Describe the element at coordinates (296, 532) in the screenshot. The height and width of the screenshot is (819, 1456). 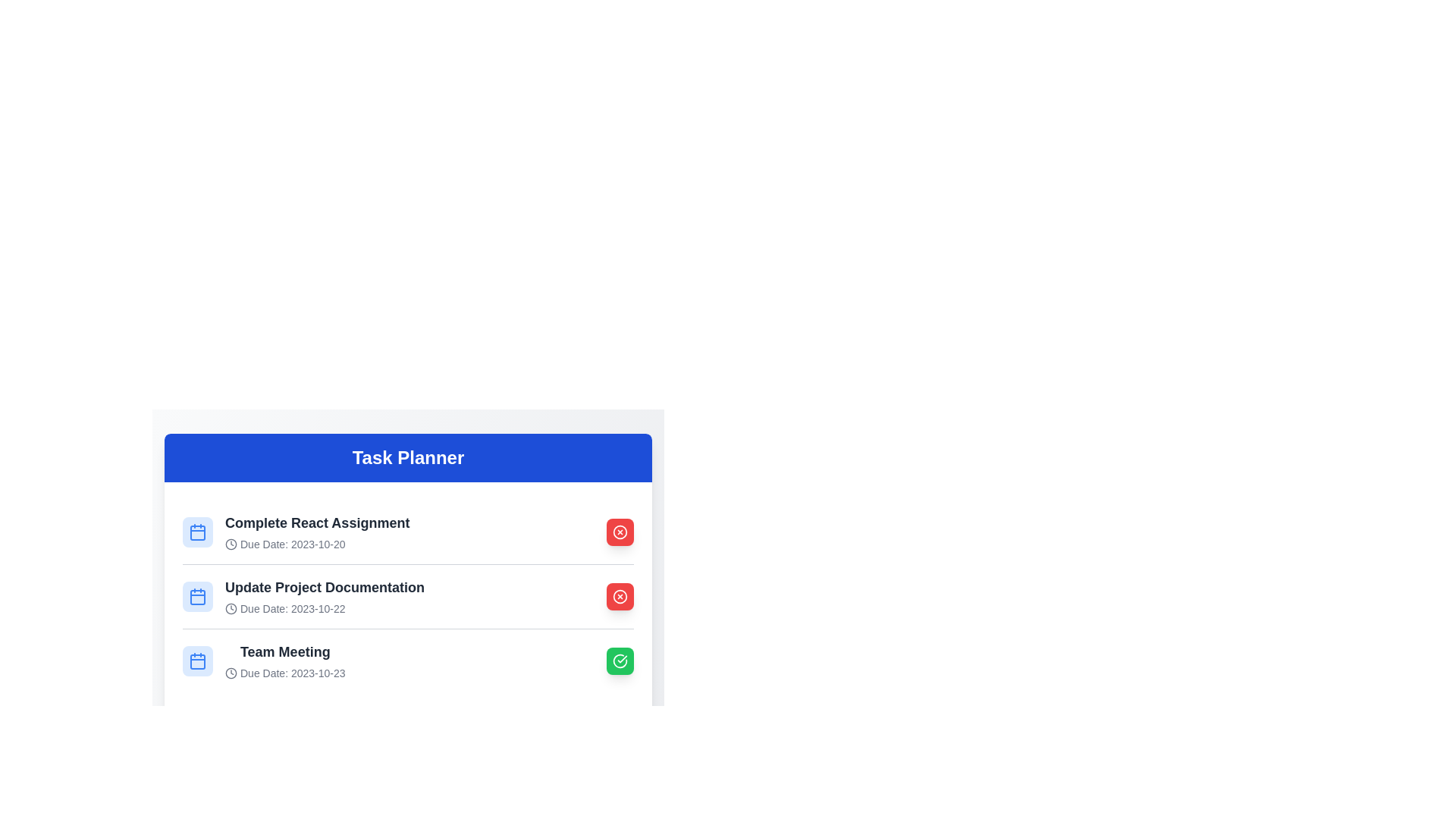
I see `the first task entry in the task planner interface, which features a blue calendar icon on the left and the title 'Complete React Assignment' in bold, along with the due date 'Due Date: 2023-10-20' below it` at that location.